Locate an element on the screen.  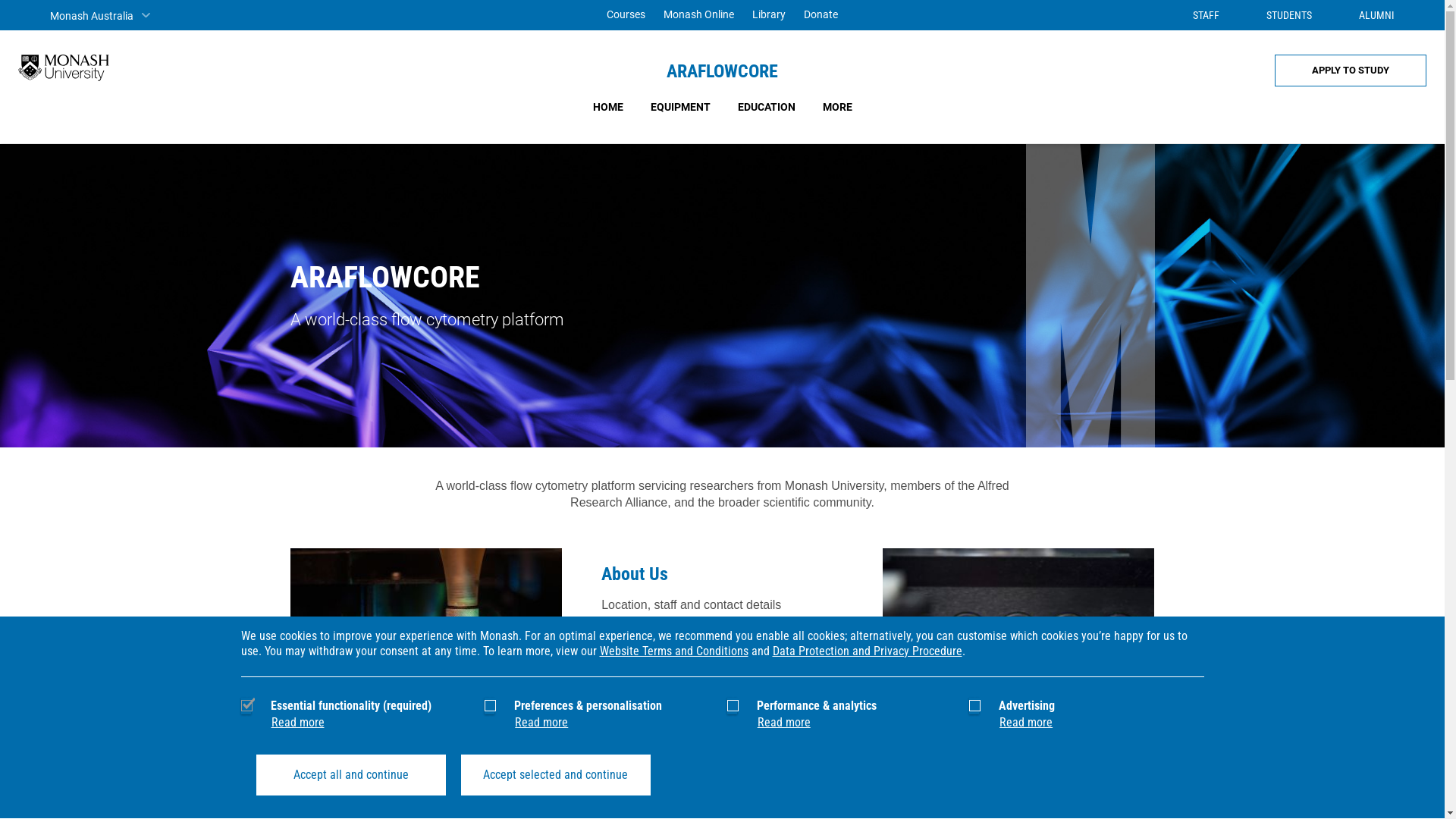
'Monash Australia' is located at coordinates (99, 14).